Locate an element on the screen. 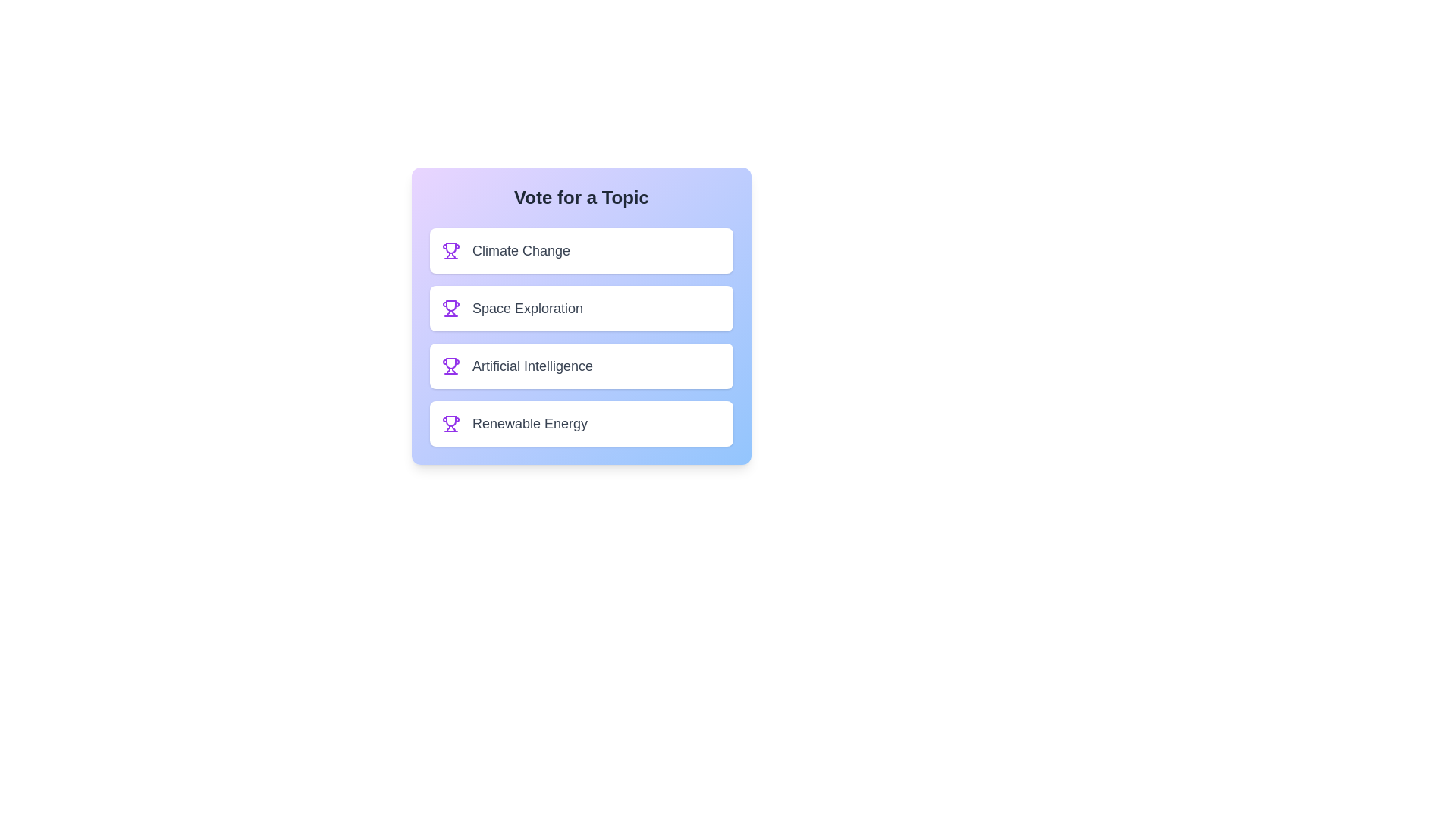 This screenshot has height=819, width=1456. the 'Artificial Intelligence' icon in the 'Vote for a Topic' list, which is the third option and located on the left side adjacent to the text label is located at coordinates (450, 362).